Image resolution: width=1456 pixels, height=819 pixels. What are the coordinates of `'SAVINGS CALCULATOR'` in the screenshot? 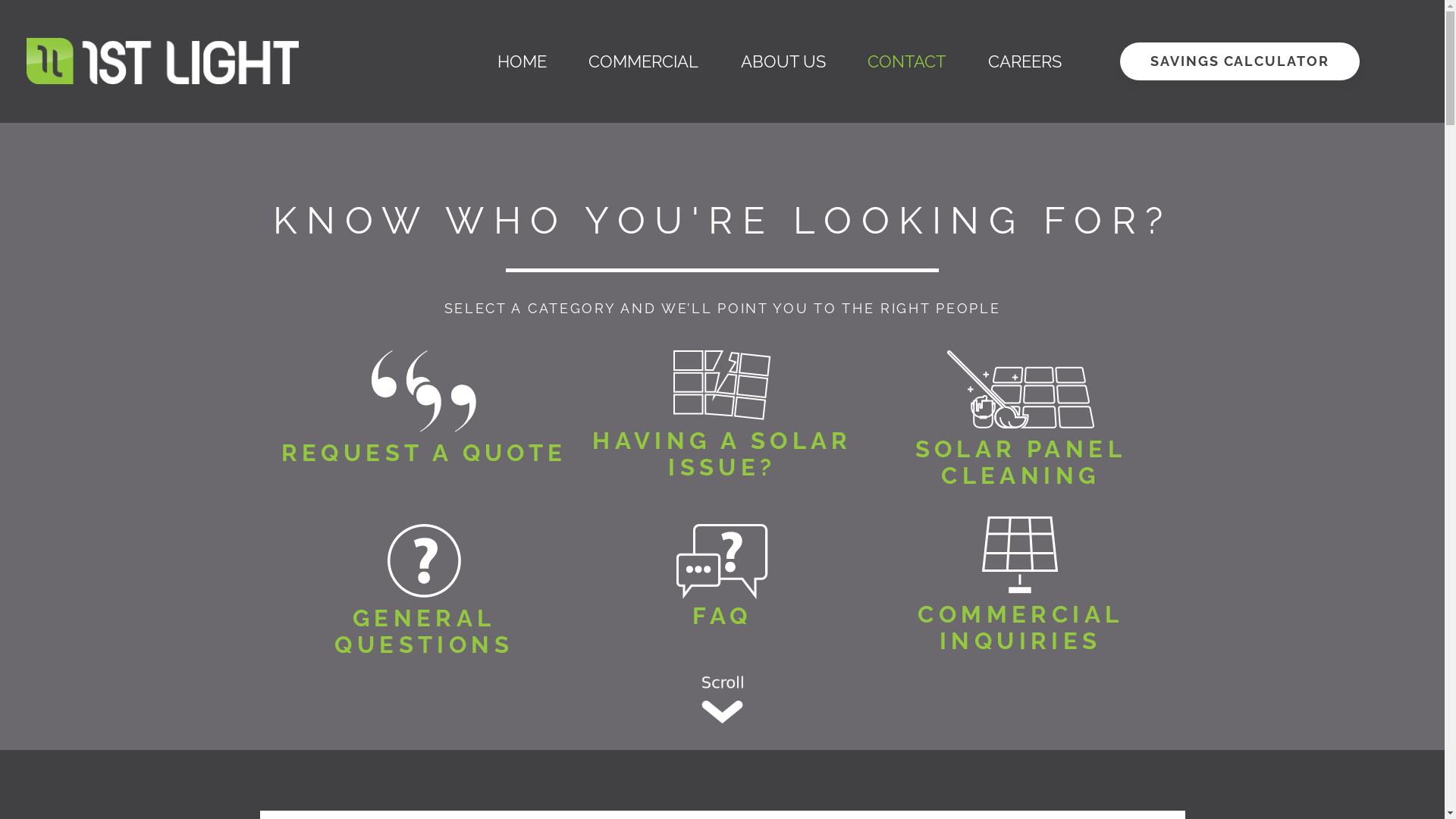 It's located at (1239, 61).